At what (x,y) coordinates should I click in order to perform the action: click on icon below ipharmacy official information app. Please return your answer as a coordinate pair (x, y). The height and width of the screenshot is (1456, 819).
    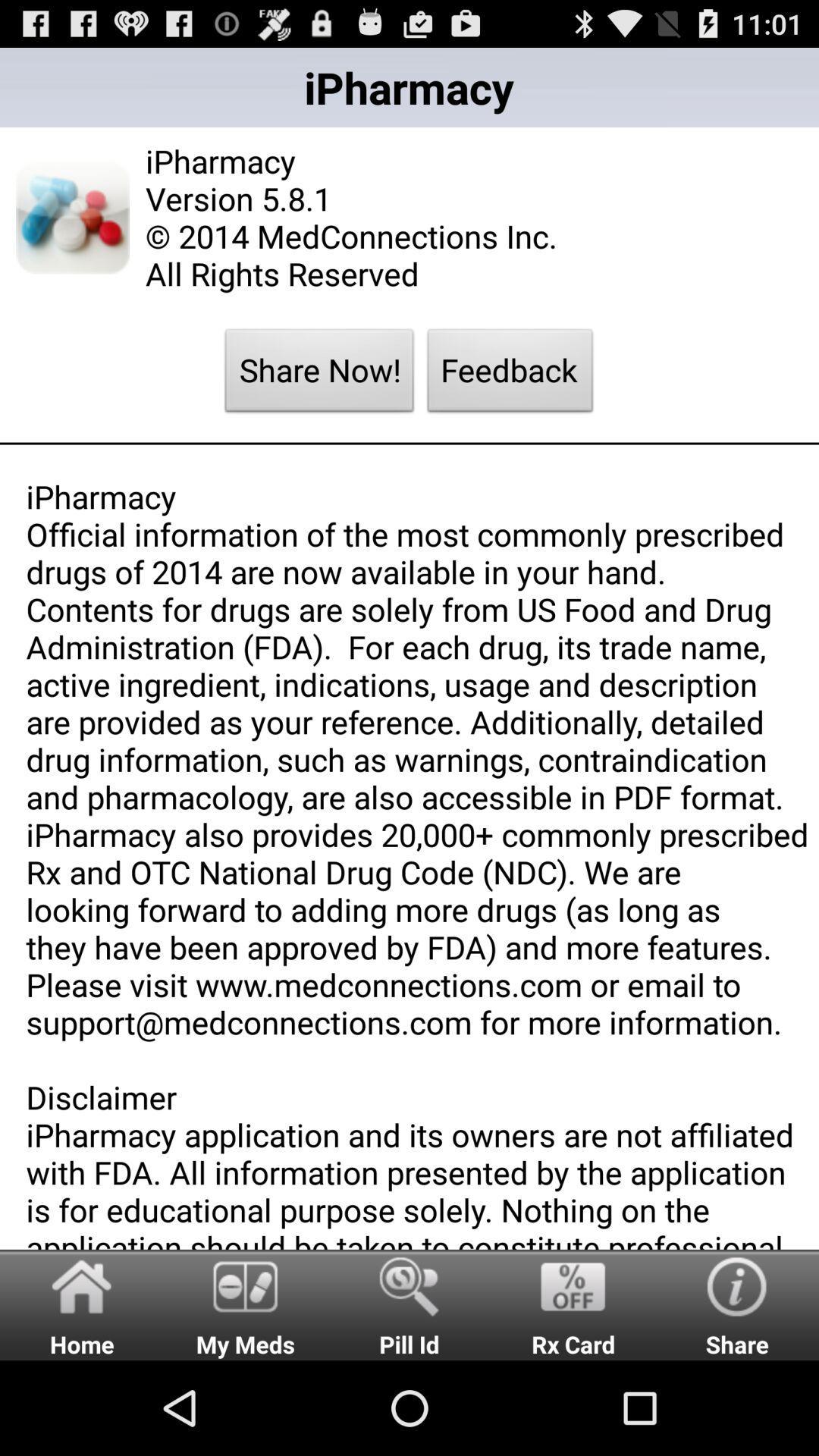
    Looking at the image, I should click on (573, 1304).